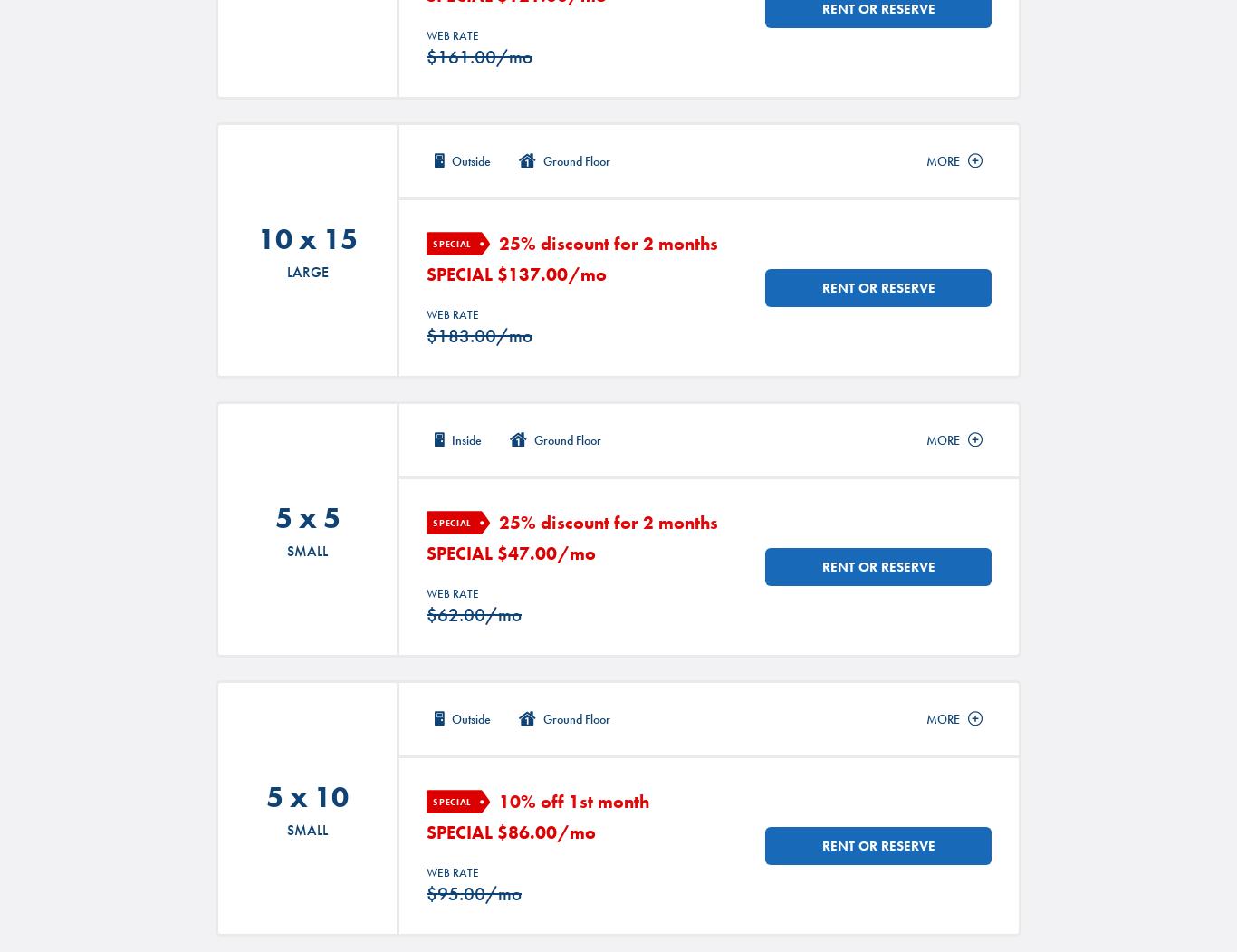  Describe the element at coordinates (307, 271) in the screenshot. I see `'Large'` at that location.